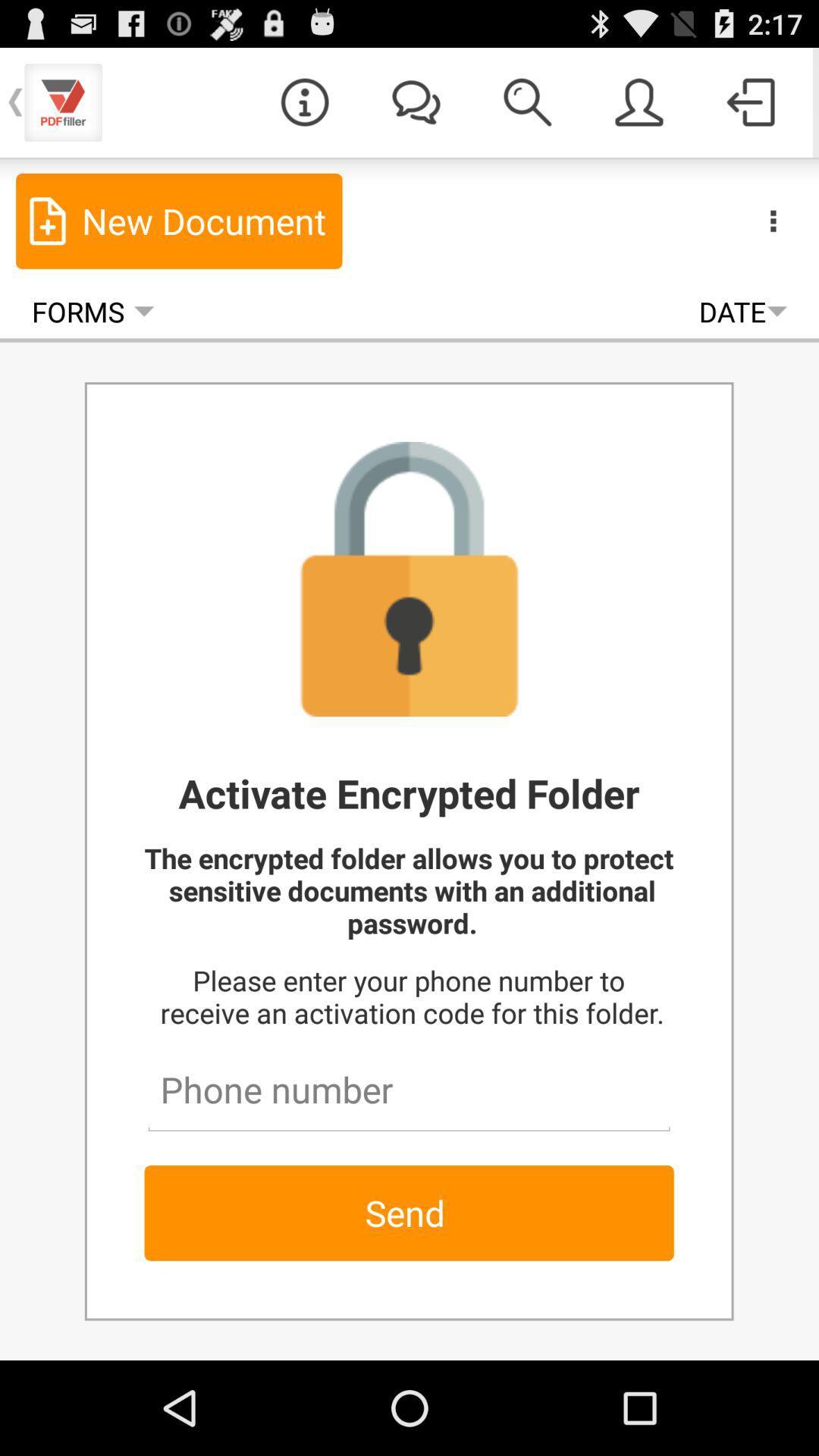  What do you see at coordinates (773, 235) in the screenshot?
I see `the more icon` at bounding box center [773, 235].